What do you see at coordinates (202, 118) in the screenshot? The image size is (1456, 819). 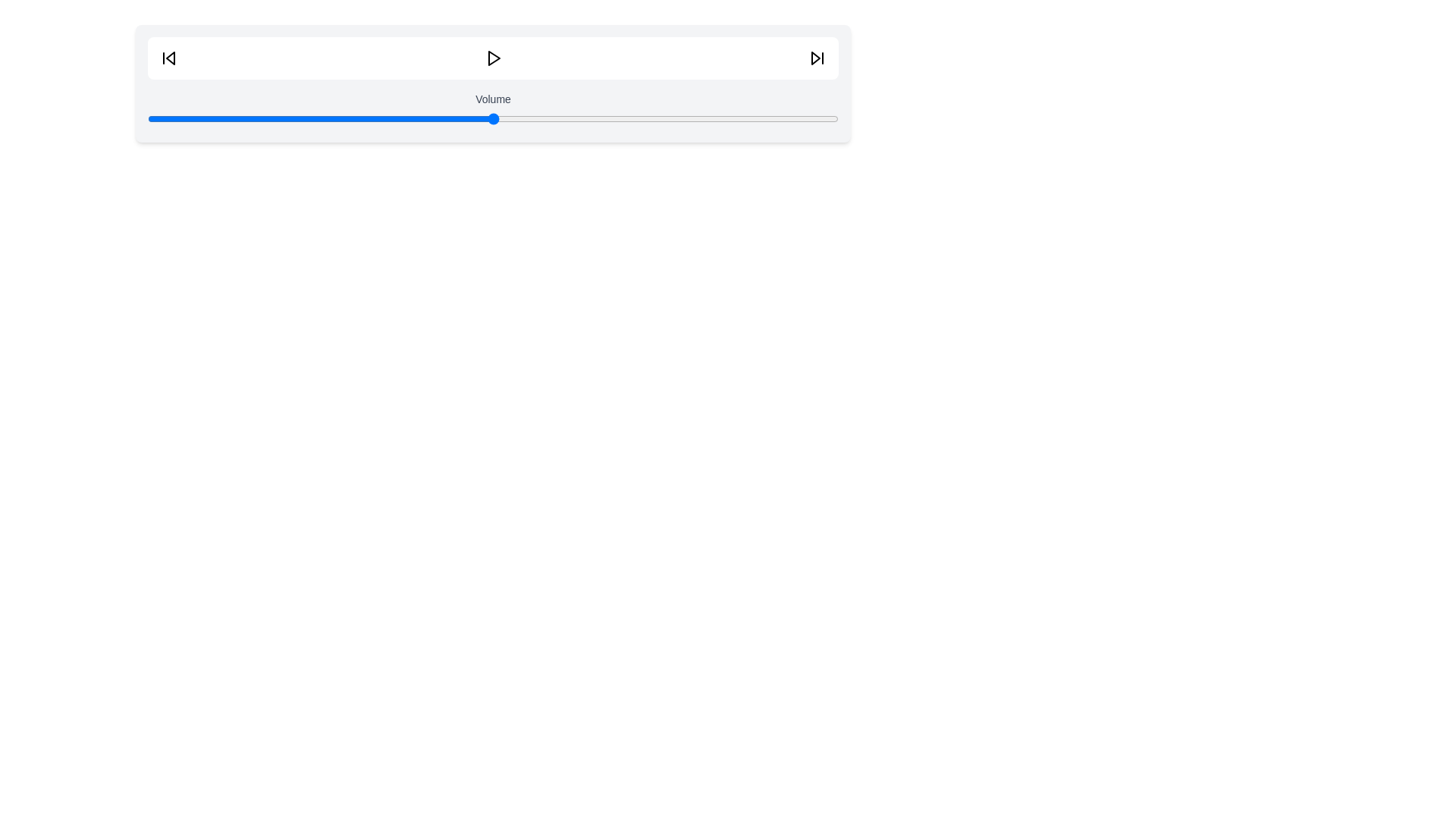 I see `the volume level` at bounding box center [202, 118].